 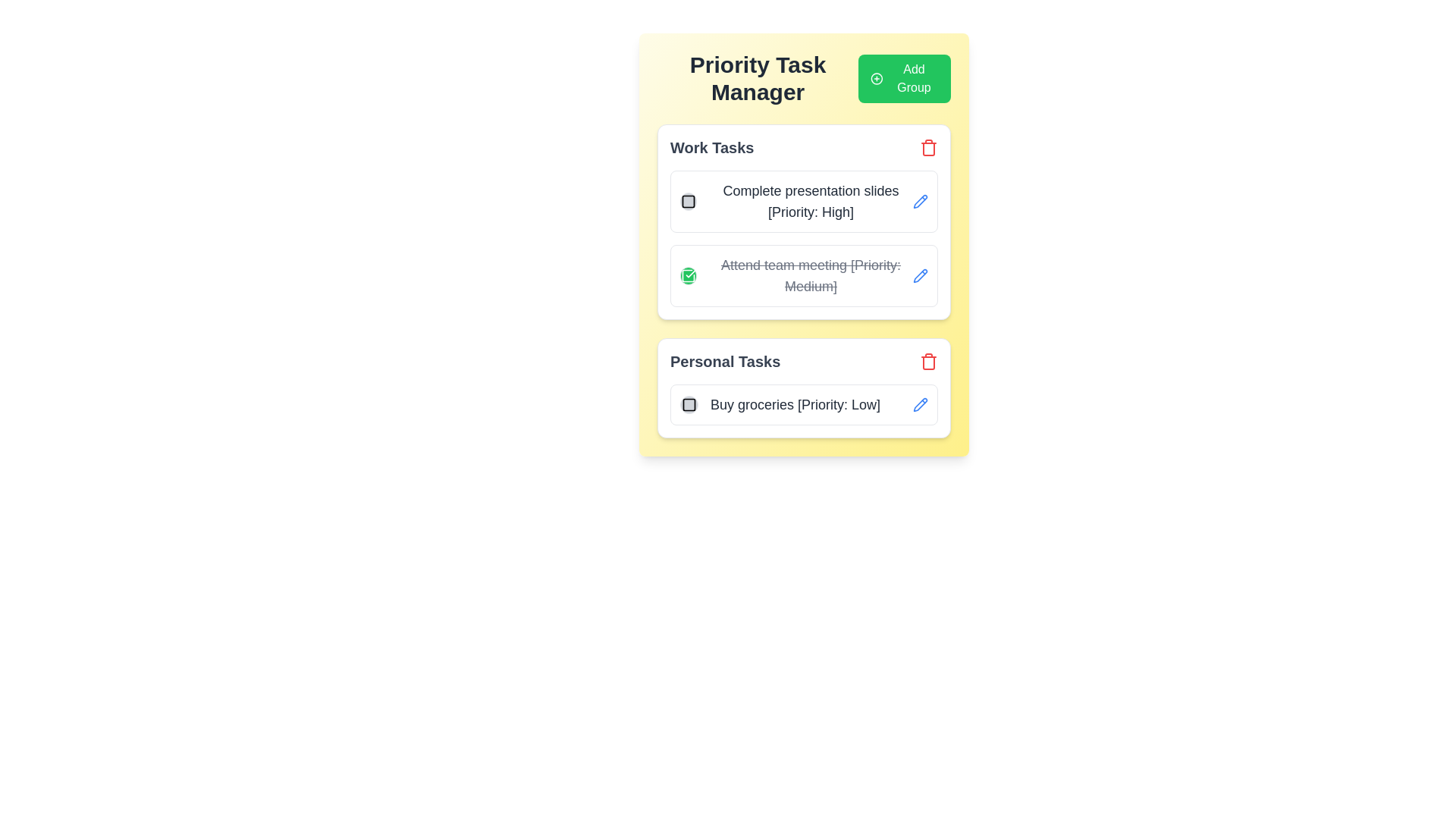 I want to click on the delete button icon located in the upper-right corner of the 'Personal Tasks' section, so click(x=927, y=362).